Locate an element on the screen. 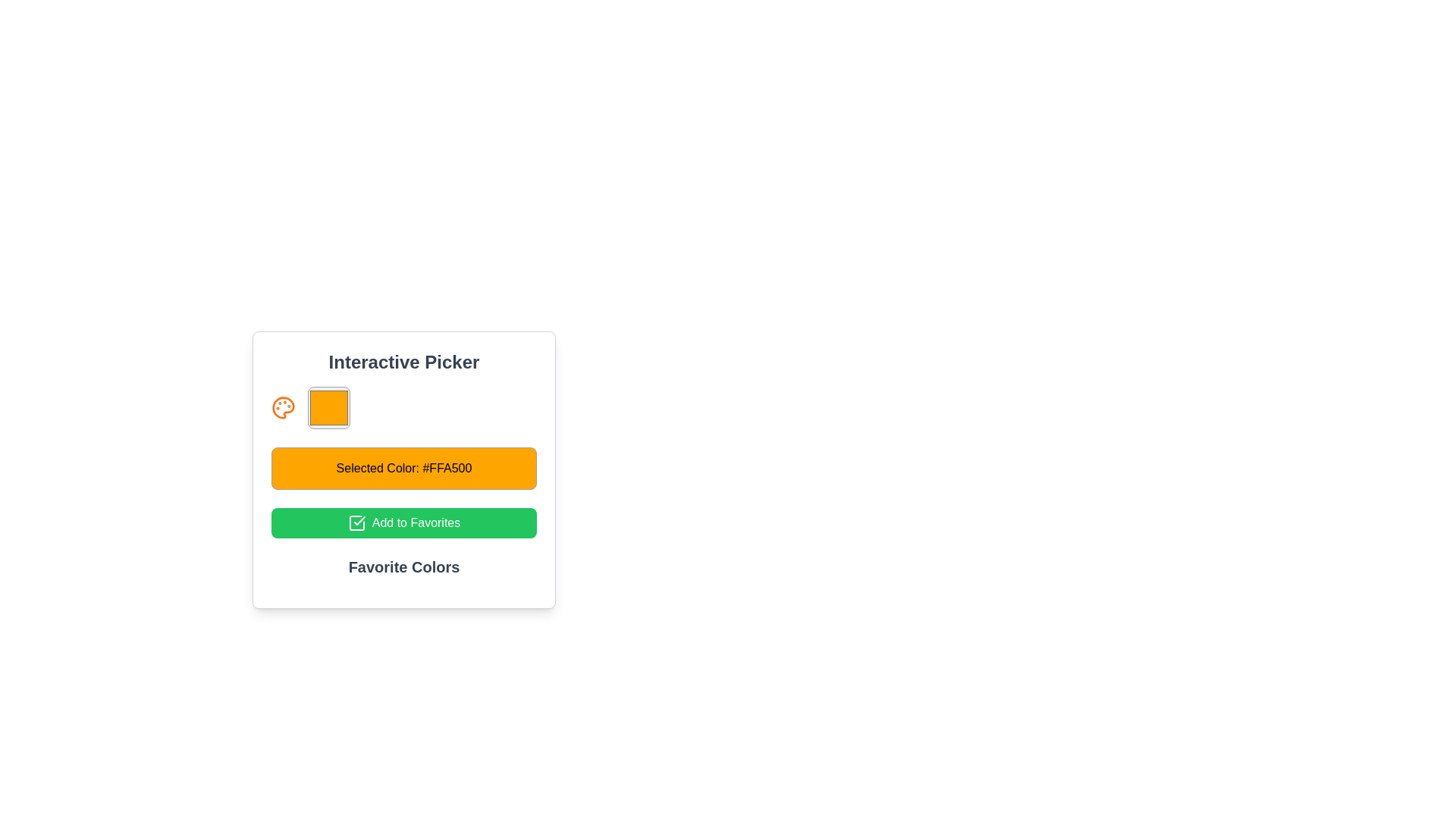  the checkmark SVG image located centrally within the 'Add to Favorites' green button, which represents a confirmation action is located at coordinates (359, 519).